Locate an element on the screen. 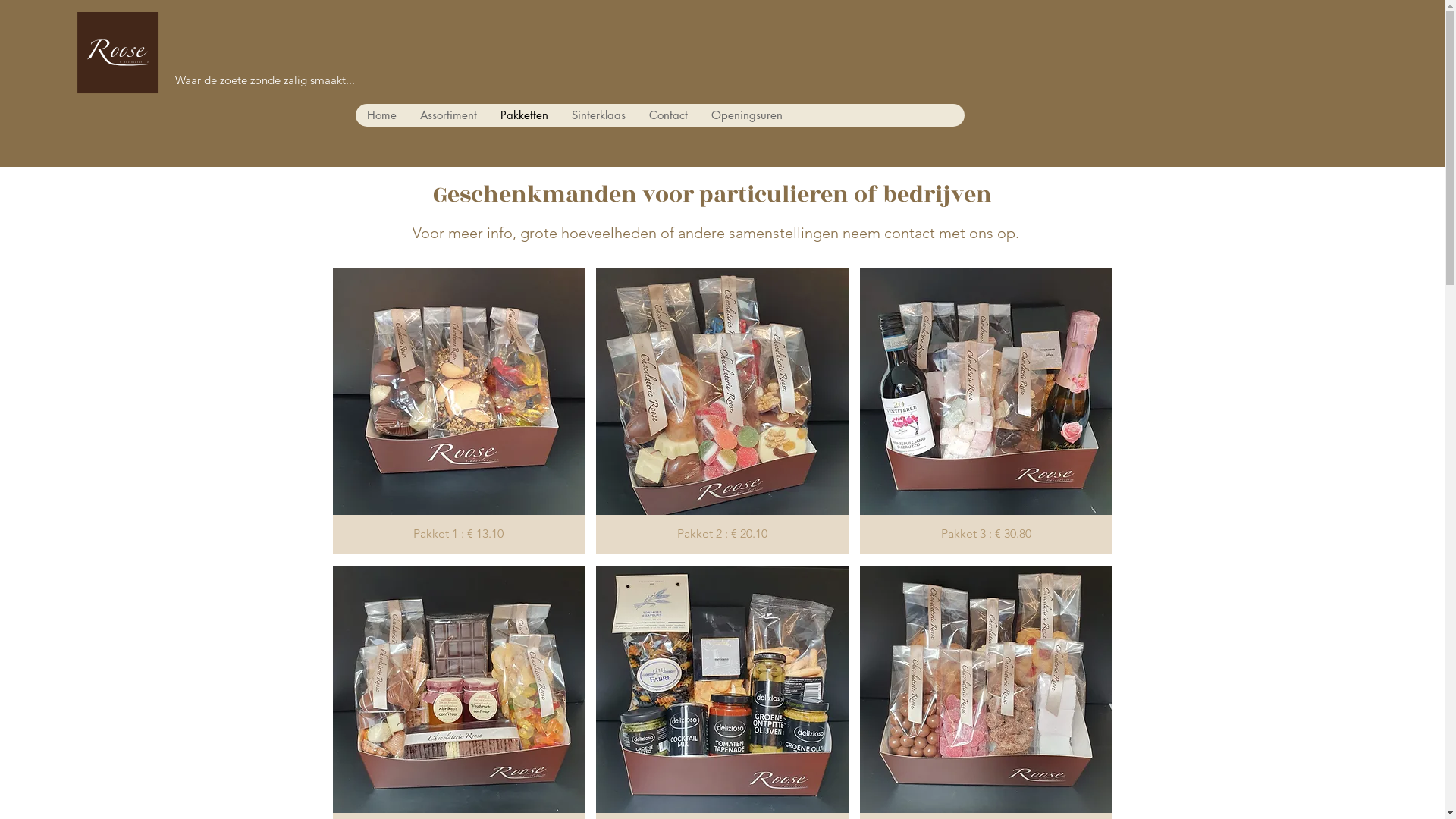 The height and width of the screenshot is (819, 1456). 'Pakketten' is located at coordinates (524, 114).